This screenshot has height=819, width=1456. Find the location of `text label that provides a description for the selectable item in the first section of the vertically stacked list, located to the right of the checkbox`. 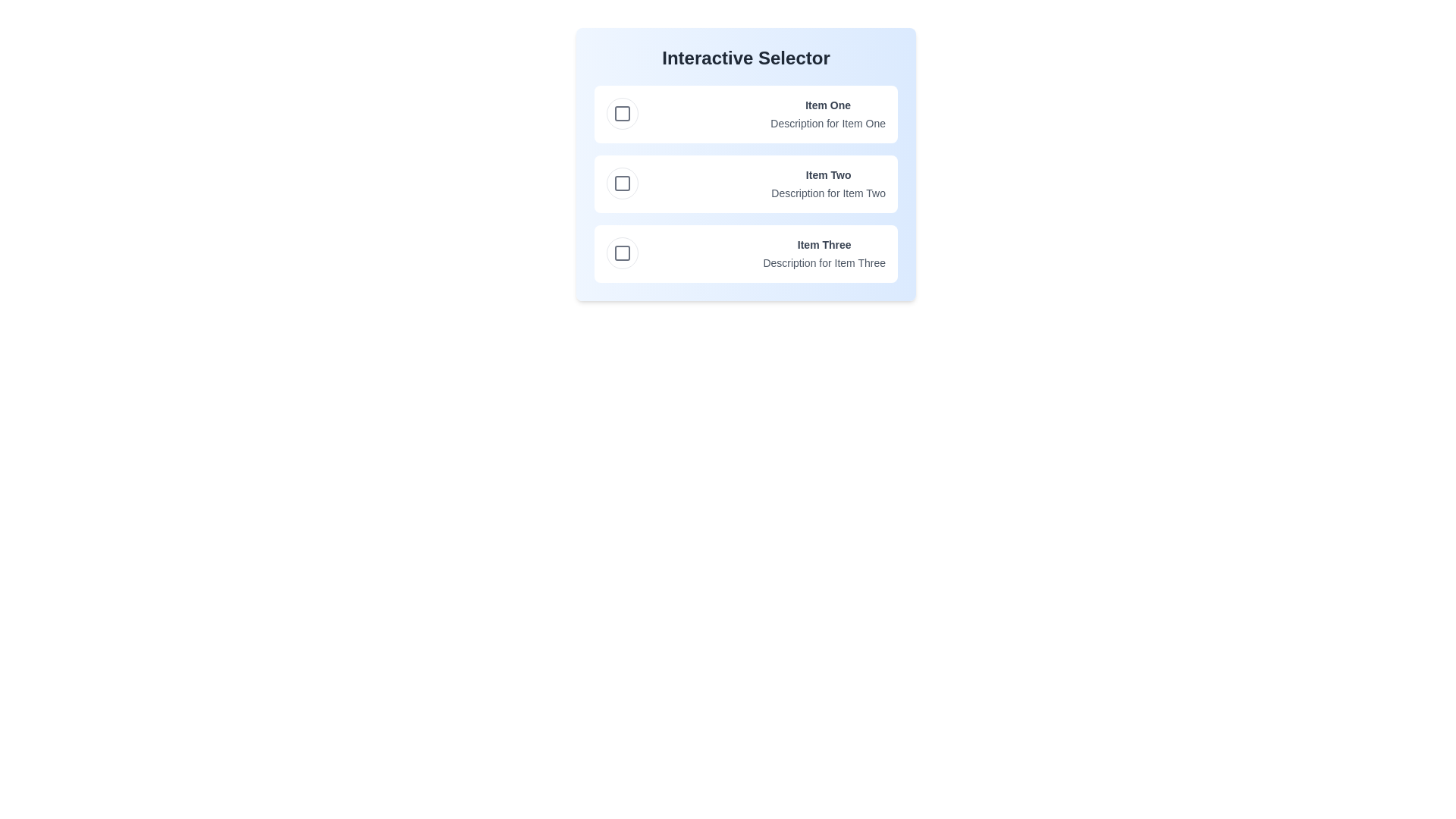

text label that provides a description for the selectable item in the first section of the vertically stacked list, located to the right of the checkbox is located at coordinates (827, 113).